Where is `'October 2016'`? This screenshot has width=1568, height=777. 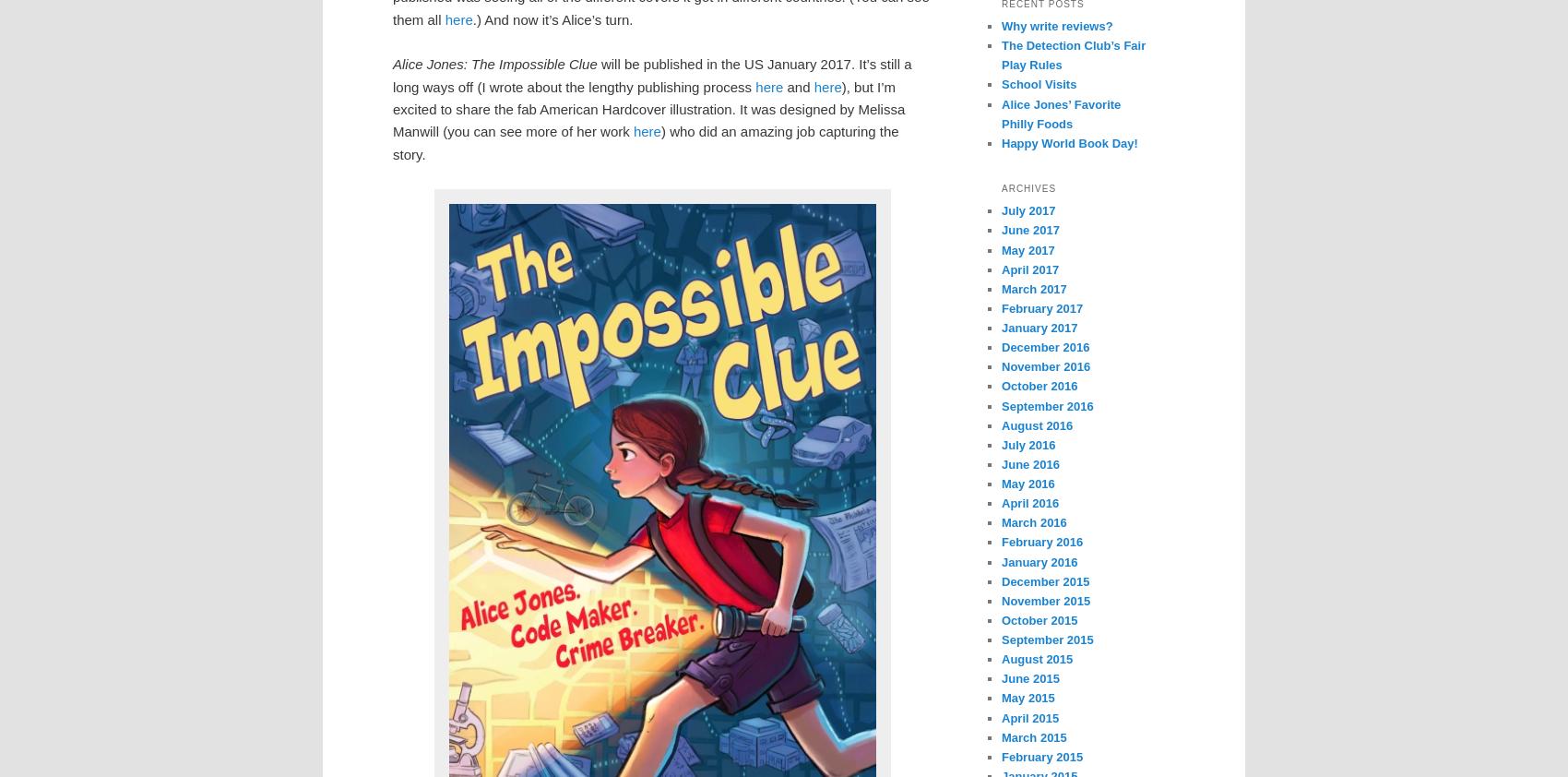
'October 2016' is located at coordinates (1039, 386).